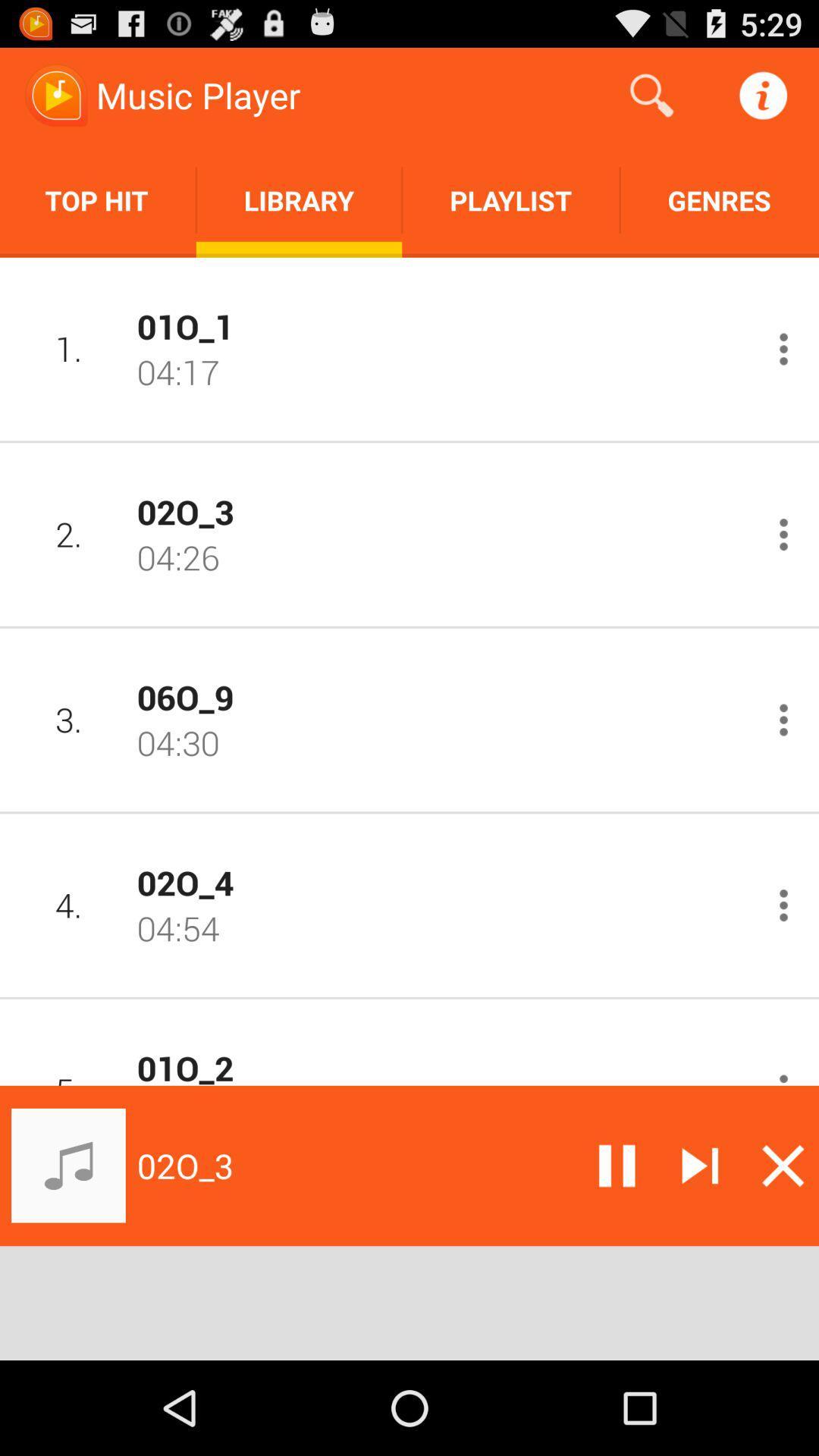 Image resolution: width=819 pixels, height=1456 pixels. What do you see at coordinates (68, 348) in the screenshot?
I see `icon next to 01o_1` at bounding box center [68, 348].